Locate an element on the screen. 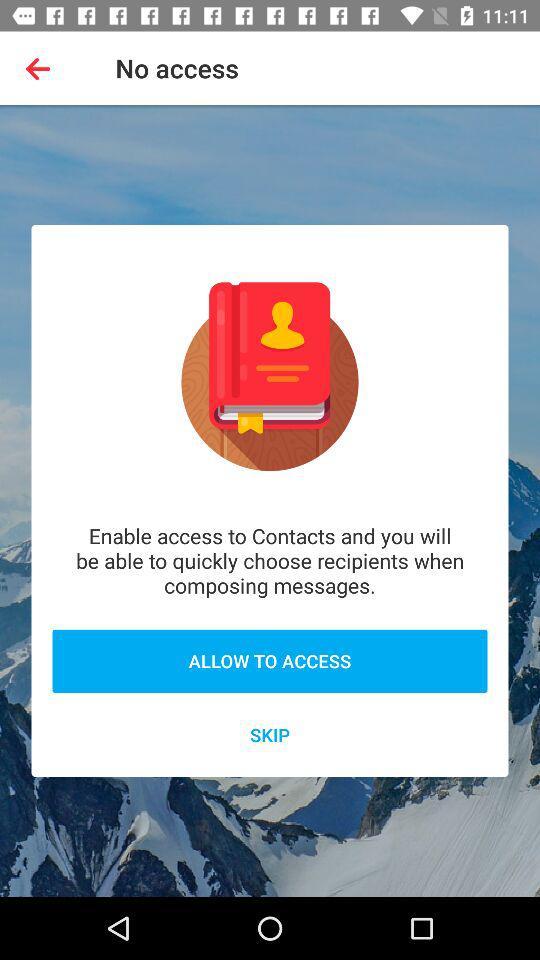 The width and height of the screenshot is (540, 960). app next to the no access item is located at coordinates (42, 68).